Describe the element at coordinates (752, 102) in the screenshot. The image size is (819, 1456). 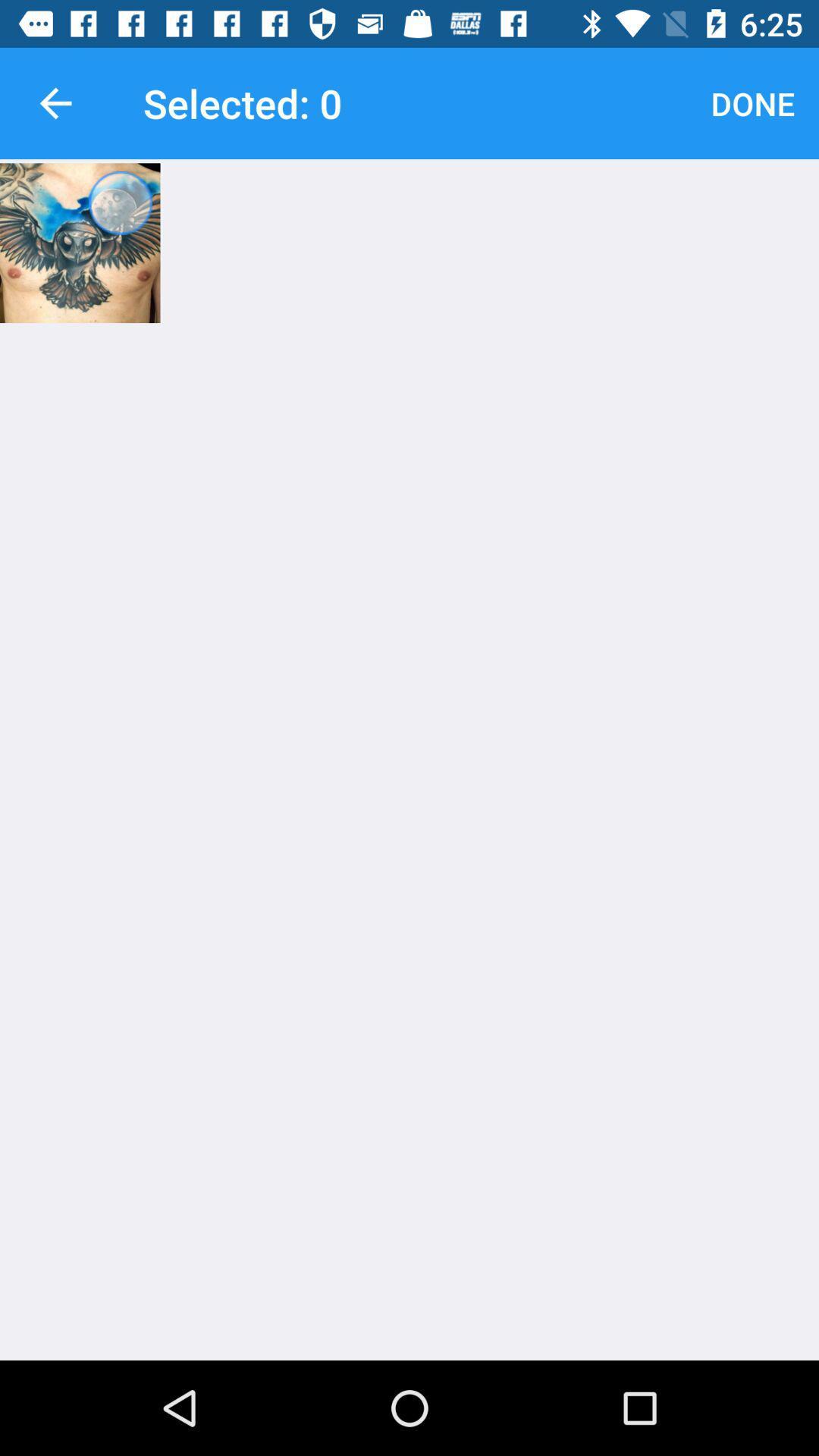
I see `done icon` at that location.